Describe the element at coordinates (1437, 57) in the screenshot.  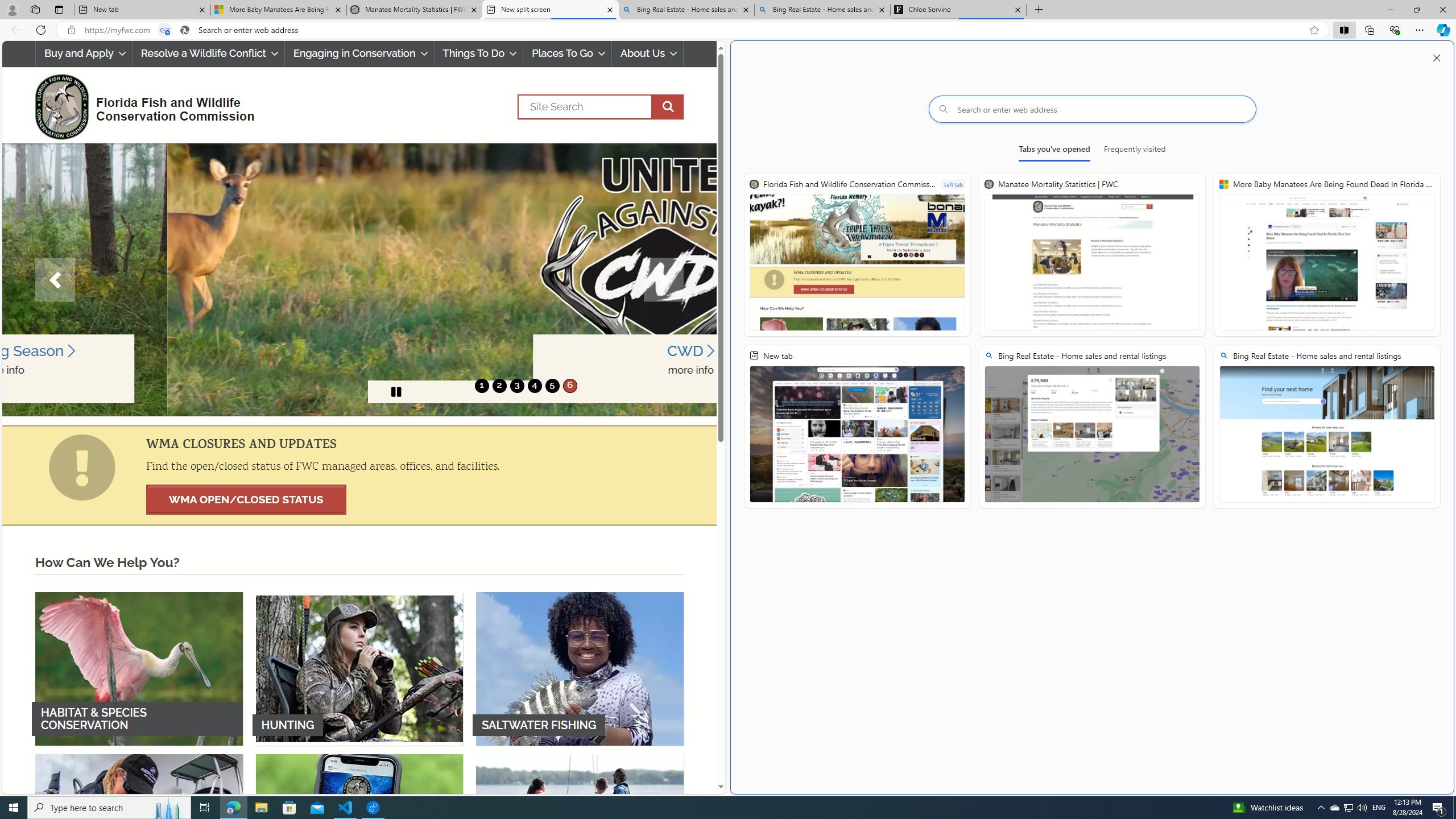
I see `'Close split screen'` at that location.